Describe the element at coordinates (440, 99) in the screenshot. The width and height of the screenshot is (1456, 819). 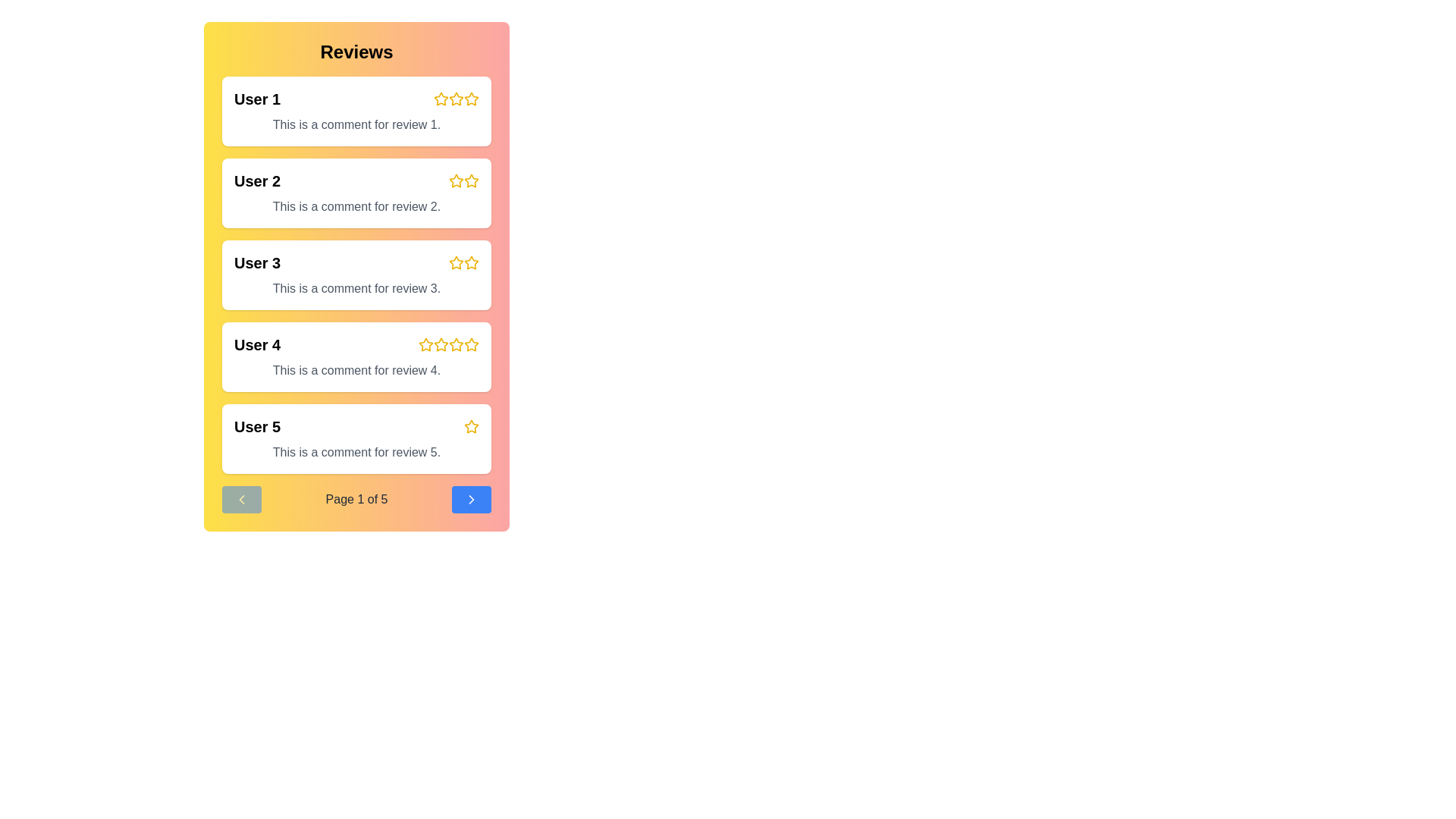
I see `the first star icon with a golden-yellow outline to rate it under the 'User 1' review entry` at that location.